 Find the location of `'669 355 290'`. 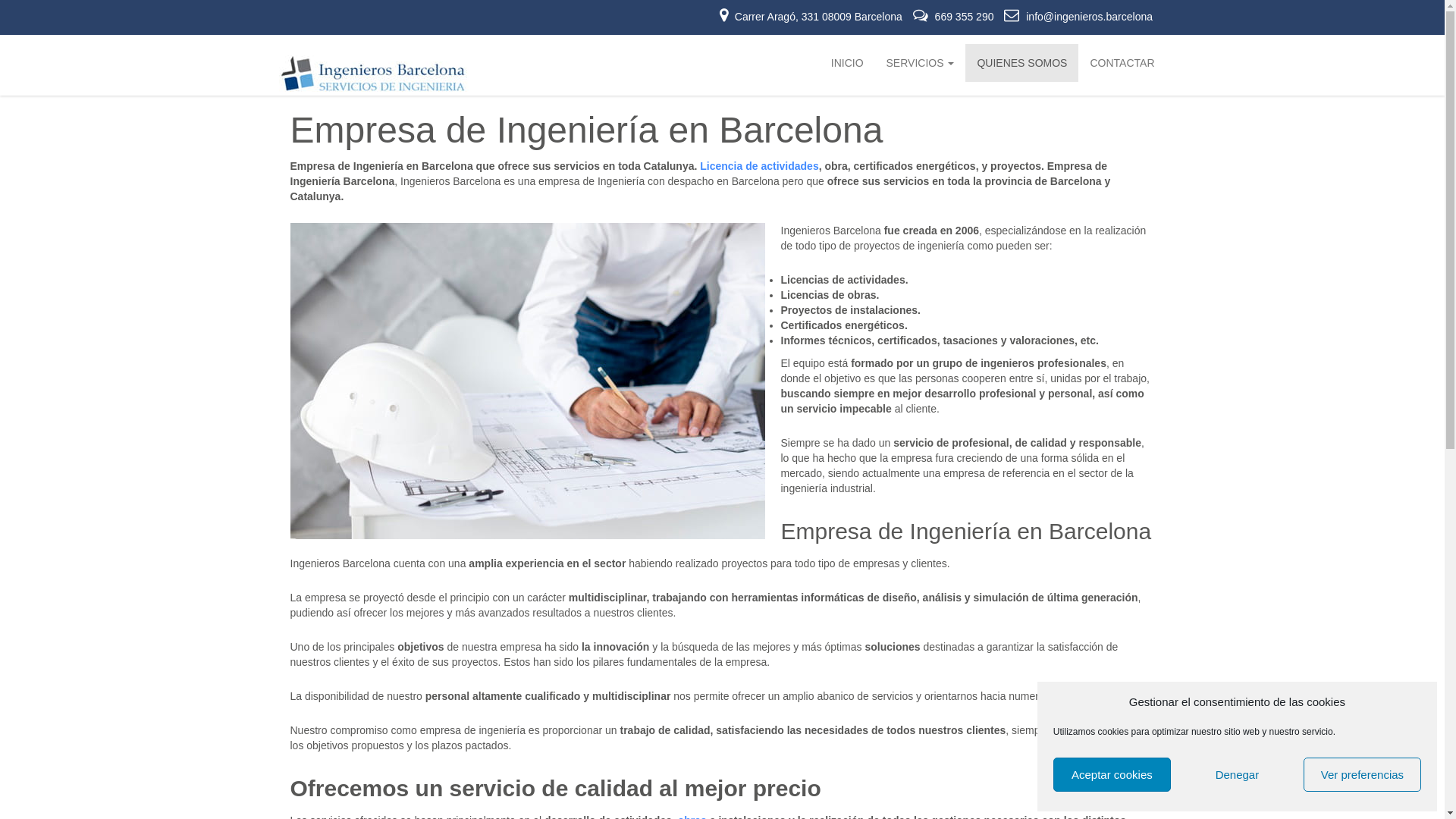

'669 355 290' is located at coordinates (954, 17).